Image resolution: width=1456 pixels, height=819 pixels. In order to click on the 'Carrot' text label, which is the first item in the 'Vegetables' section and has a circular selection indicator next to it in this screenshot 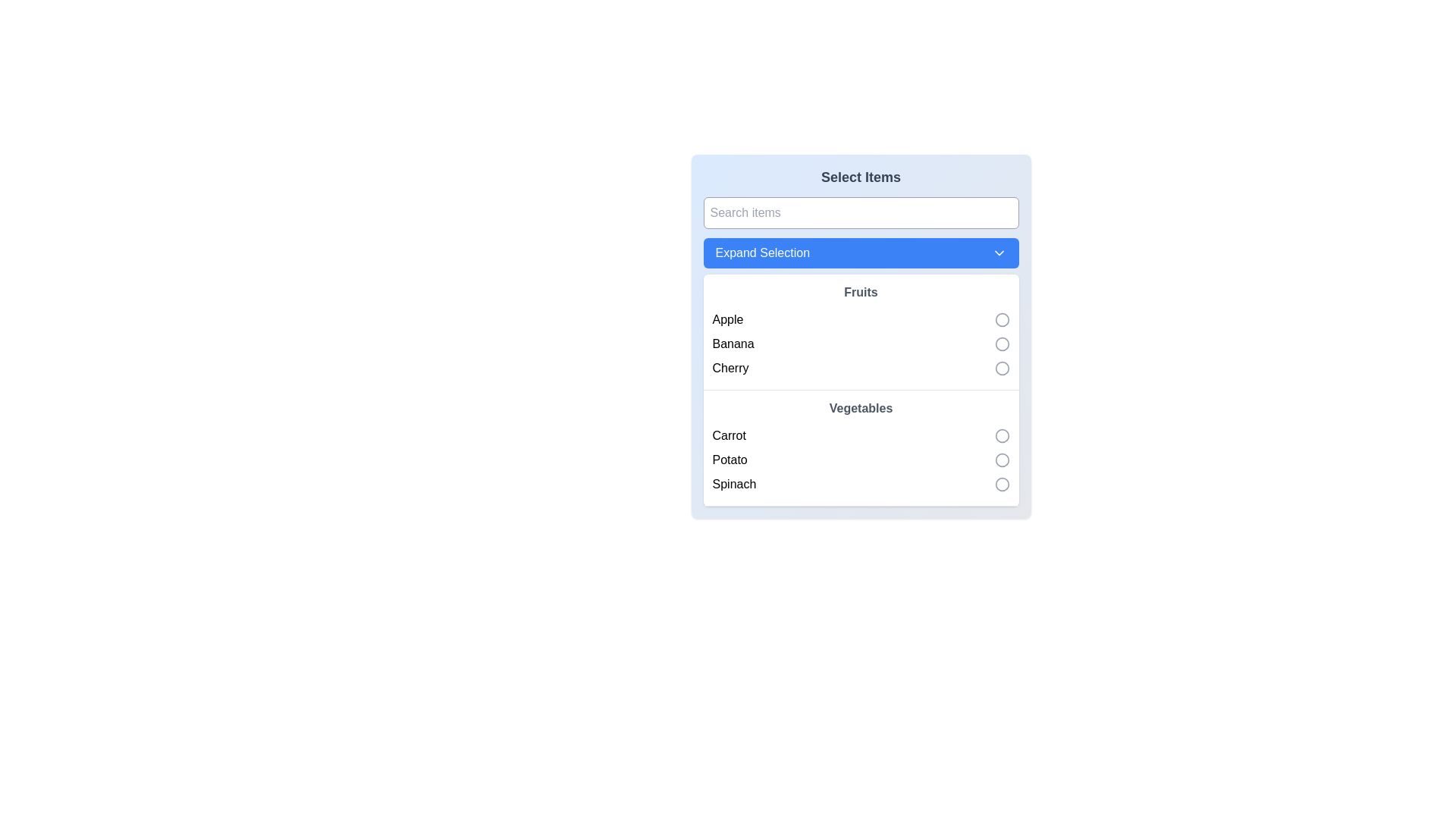, I will do `click(729, 435)`.